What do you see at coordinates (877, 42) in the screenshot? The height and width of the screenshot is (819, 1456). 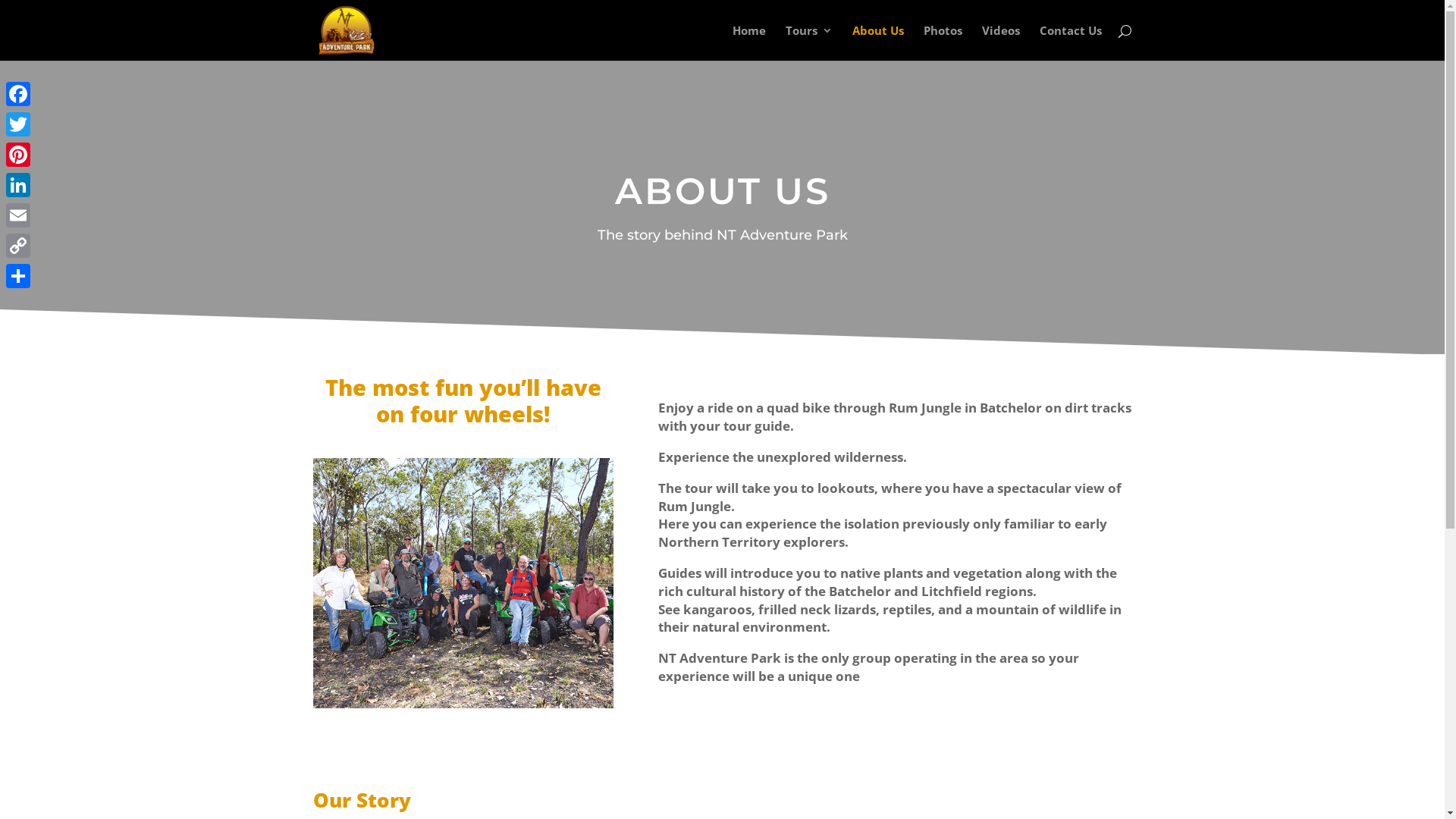 I see `'About Us'` at bounding box center [877, 42].